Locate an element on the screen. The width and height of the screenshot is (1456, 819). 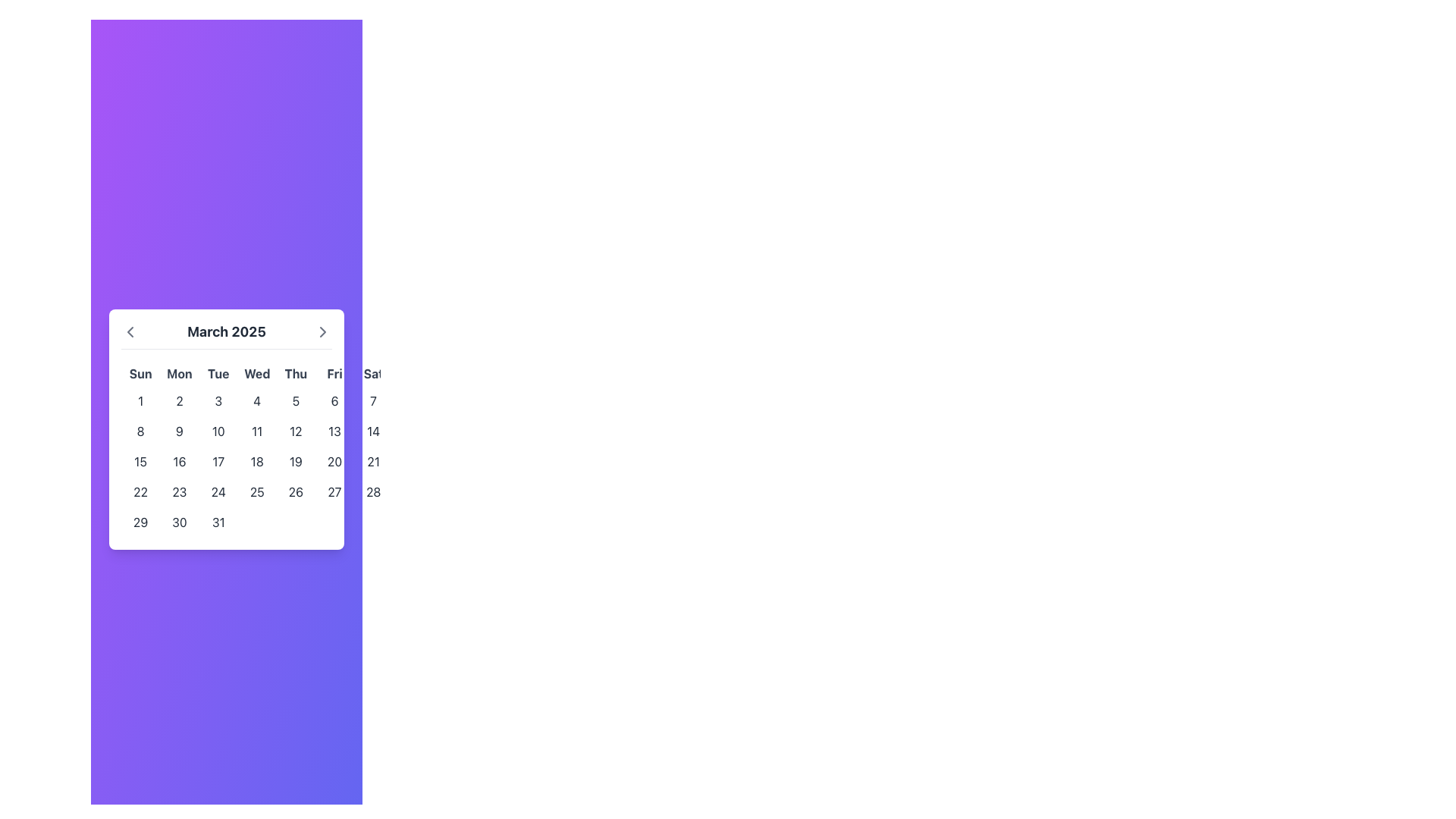
the grid cell displaying the number '27' which is part of the calendar widget, positioned in the bottom-right row of the date section is located at coordinates (334, 491).